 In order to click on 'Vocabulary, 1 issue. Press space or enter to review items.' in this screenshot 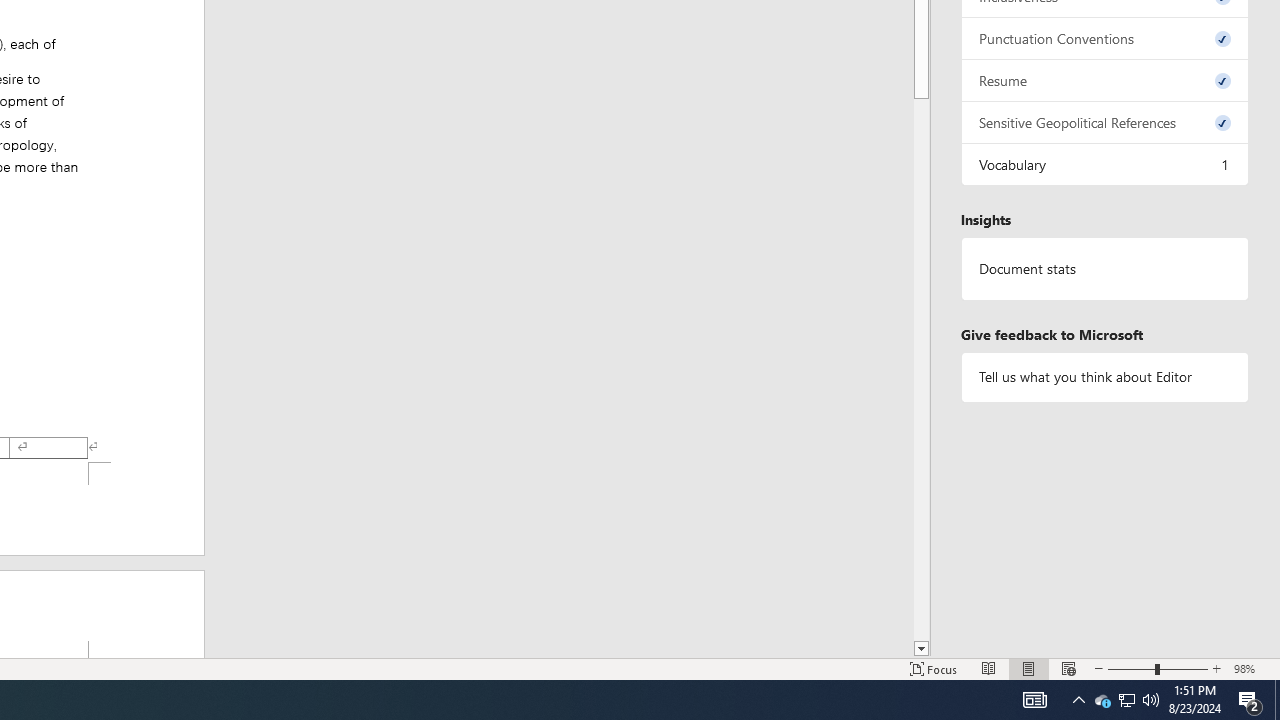, I will do `click(1104, 163)`.